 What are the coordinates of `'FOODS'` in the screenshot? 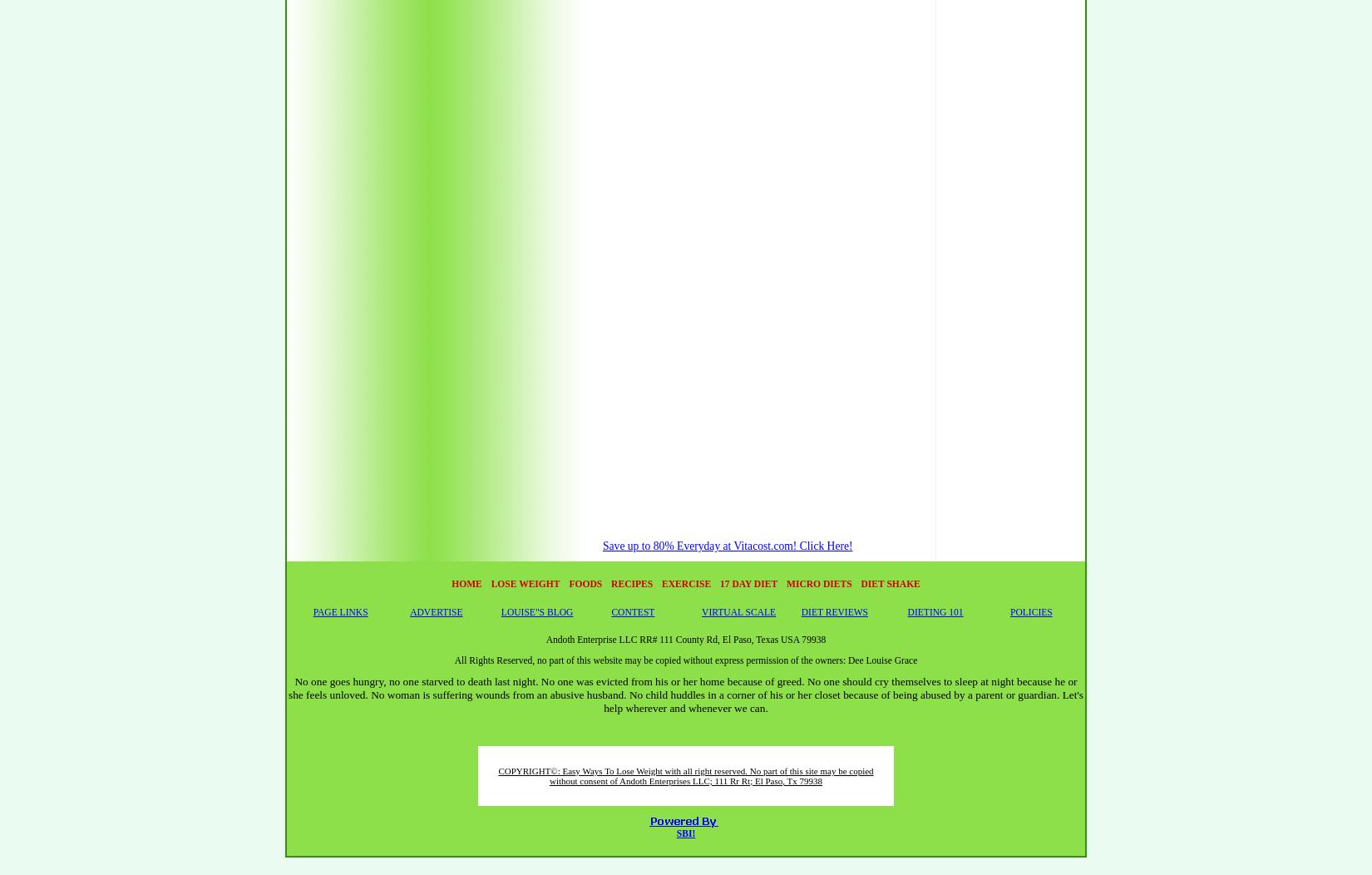 It's located at (585, 582).